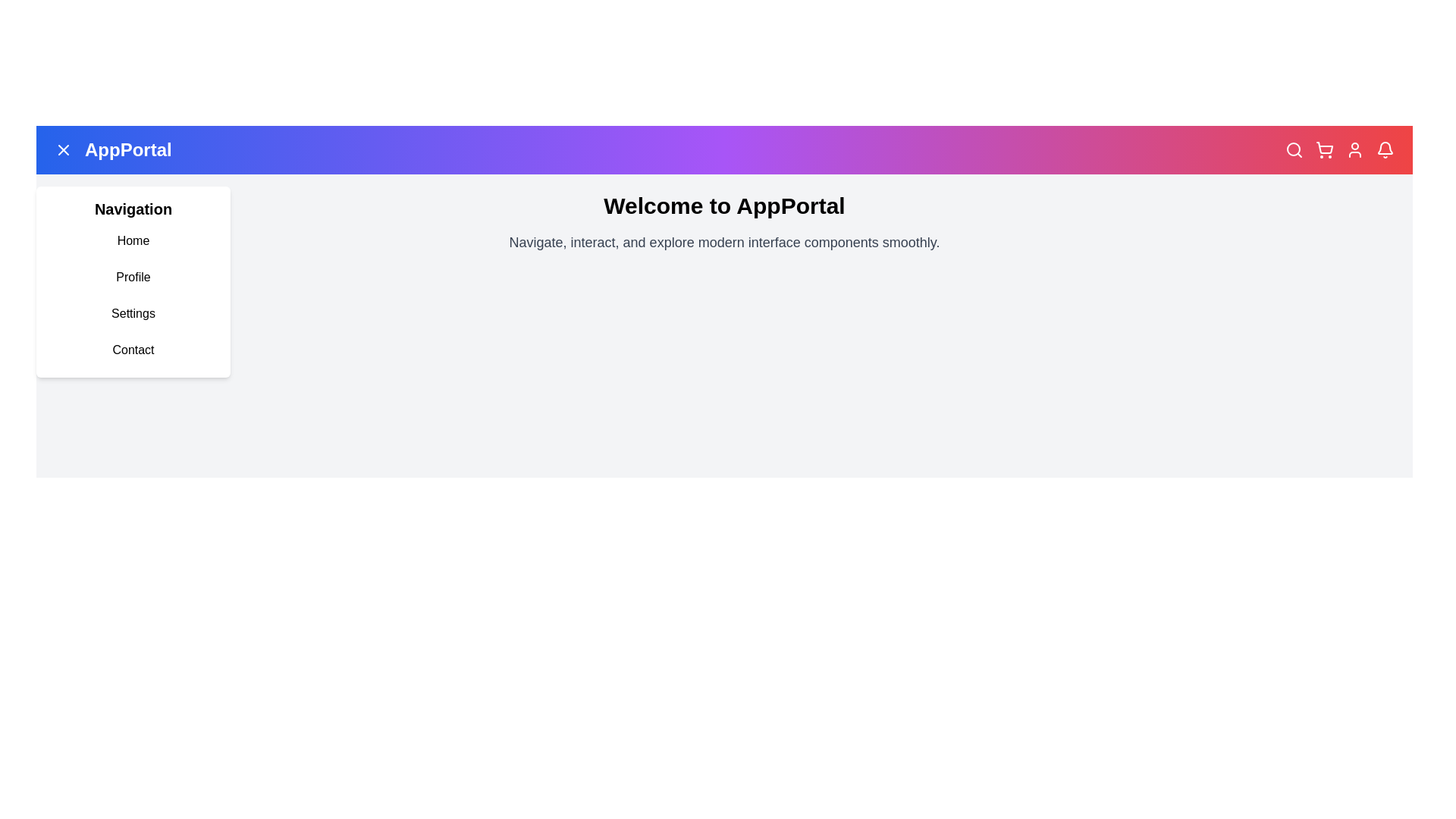  I want to click on the notification icon button located at the top-right of the interface, so click(1385, 148).